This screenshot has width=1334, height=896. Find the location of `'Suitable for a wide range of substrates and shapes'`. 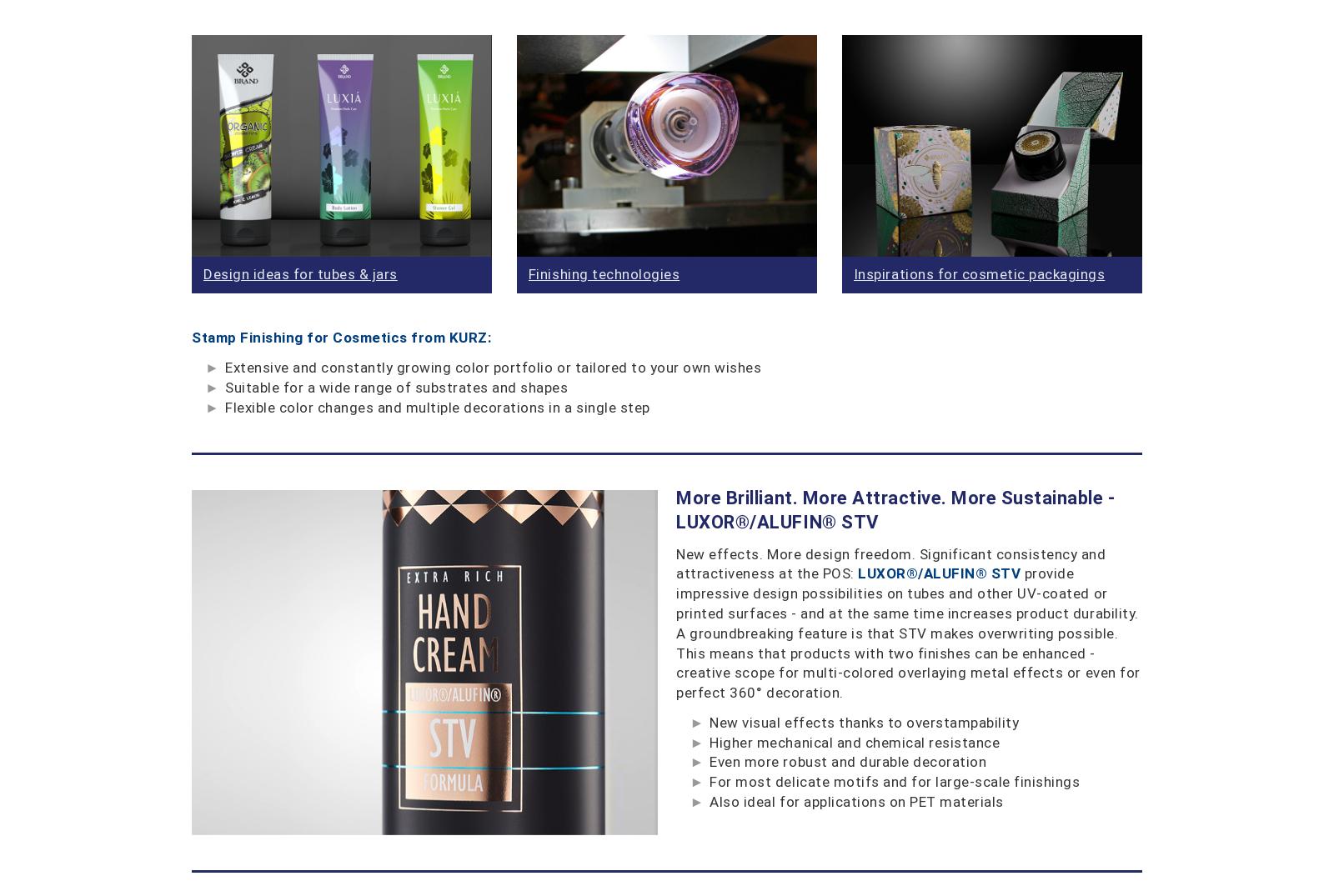

'Suitable for a wide range of substrates and shapes' is located at coordinates (225, 386).